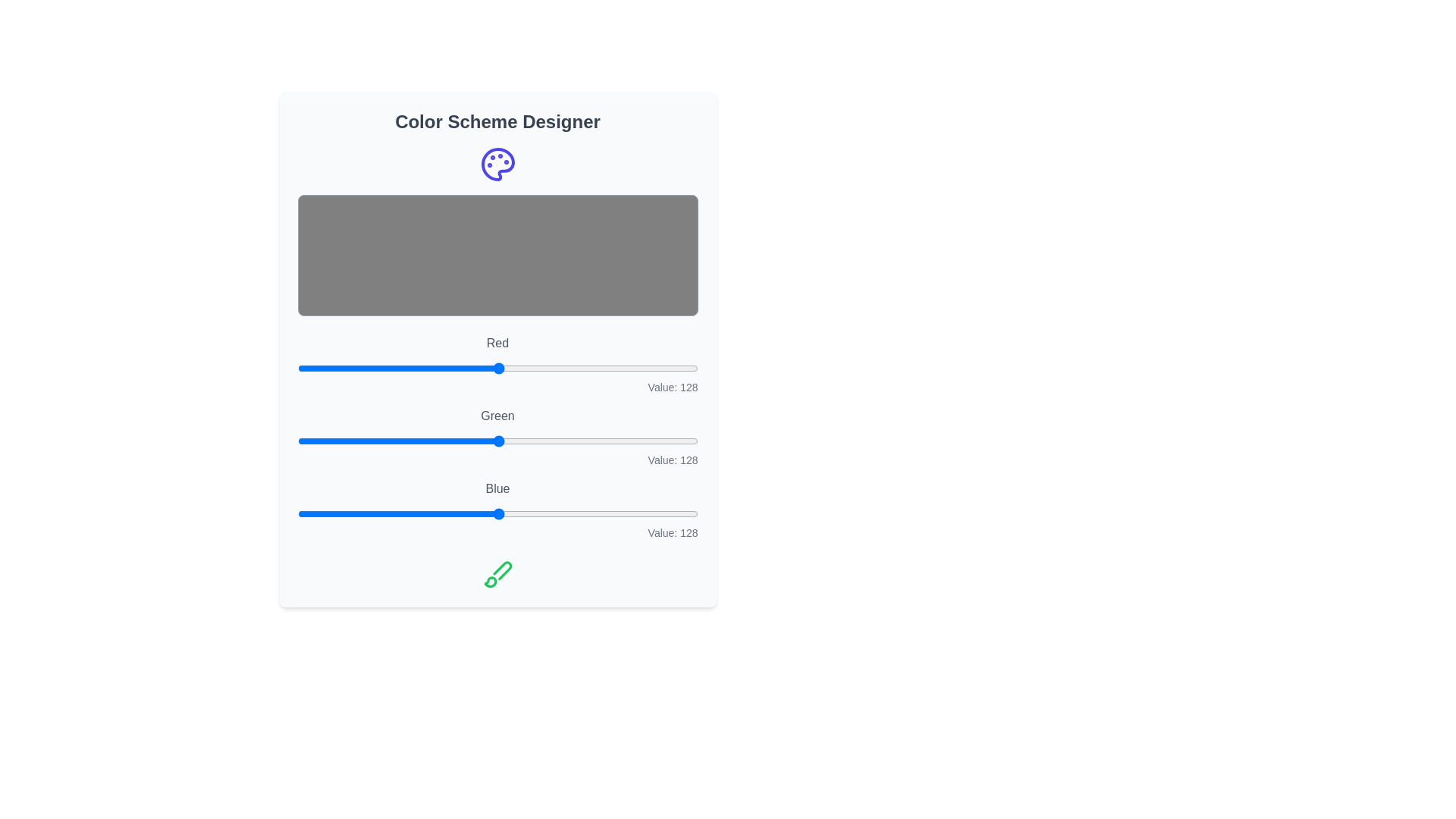 The height and width of the screenshot is (819, 1456). Describe the element at coordinates (428, 513) in the screenshot. I see `the slider value` at that location.